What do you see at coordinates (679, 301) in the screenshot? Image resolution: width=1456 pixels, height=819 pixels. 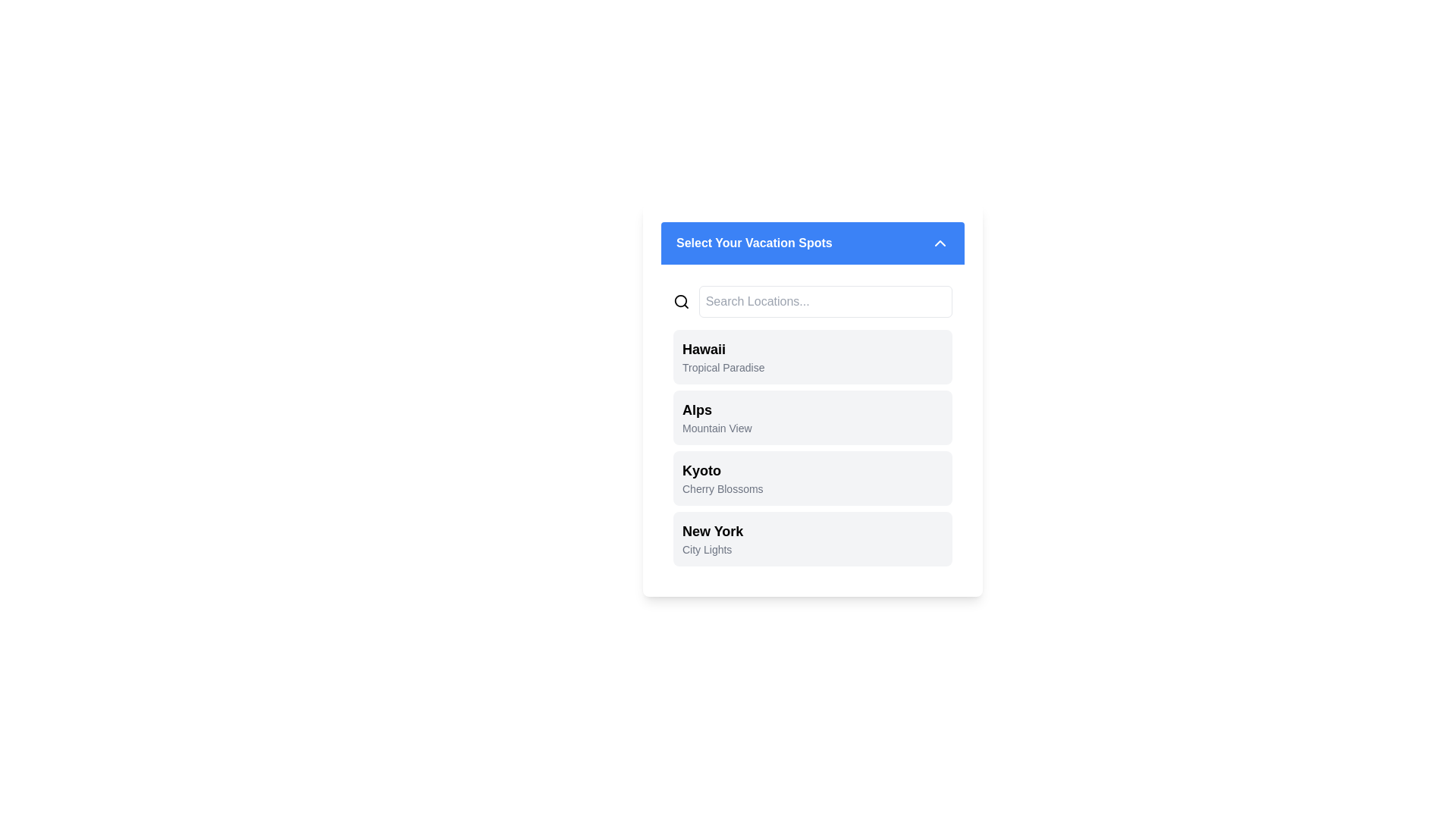 I see `the circular lens element of the magnifying glass icon, which visually represents the search functionality` at bounding box center [679, 301].